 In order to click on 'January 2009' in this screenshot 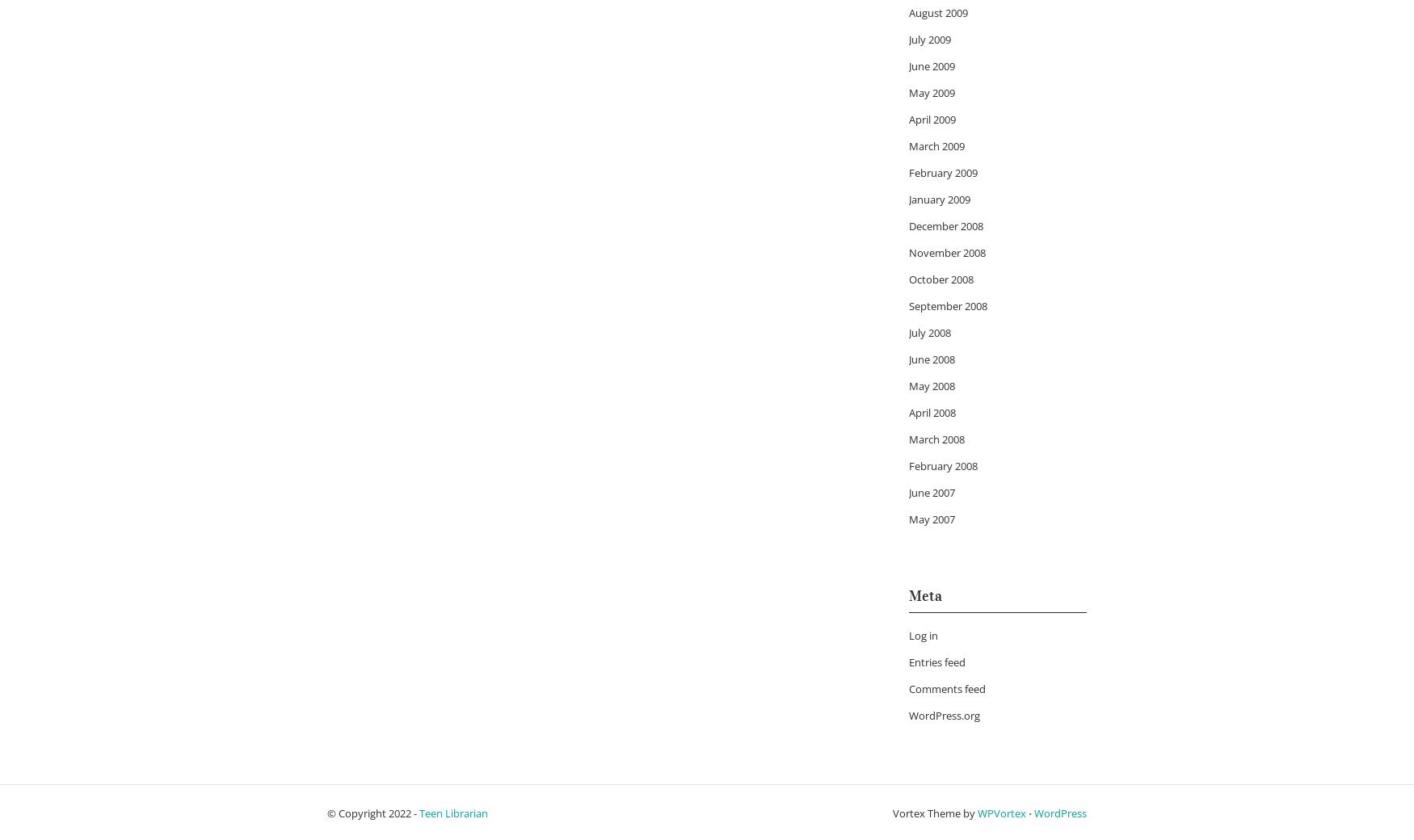, I will do `click(939, 198)`.